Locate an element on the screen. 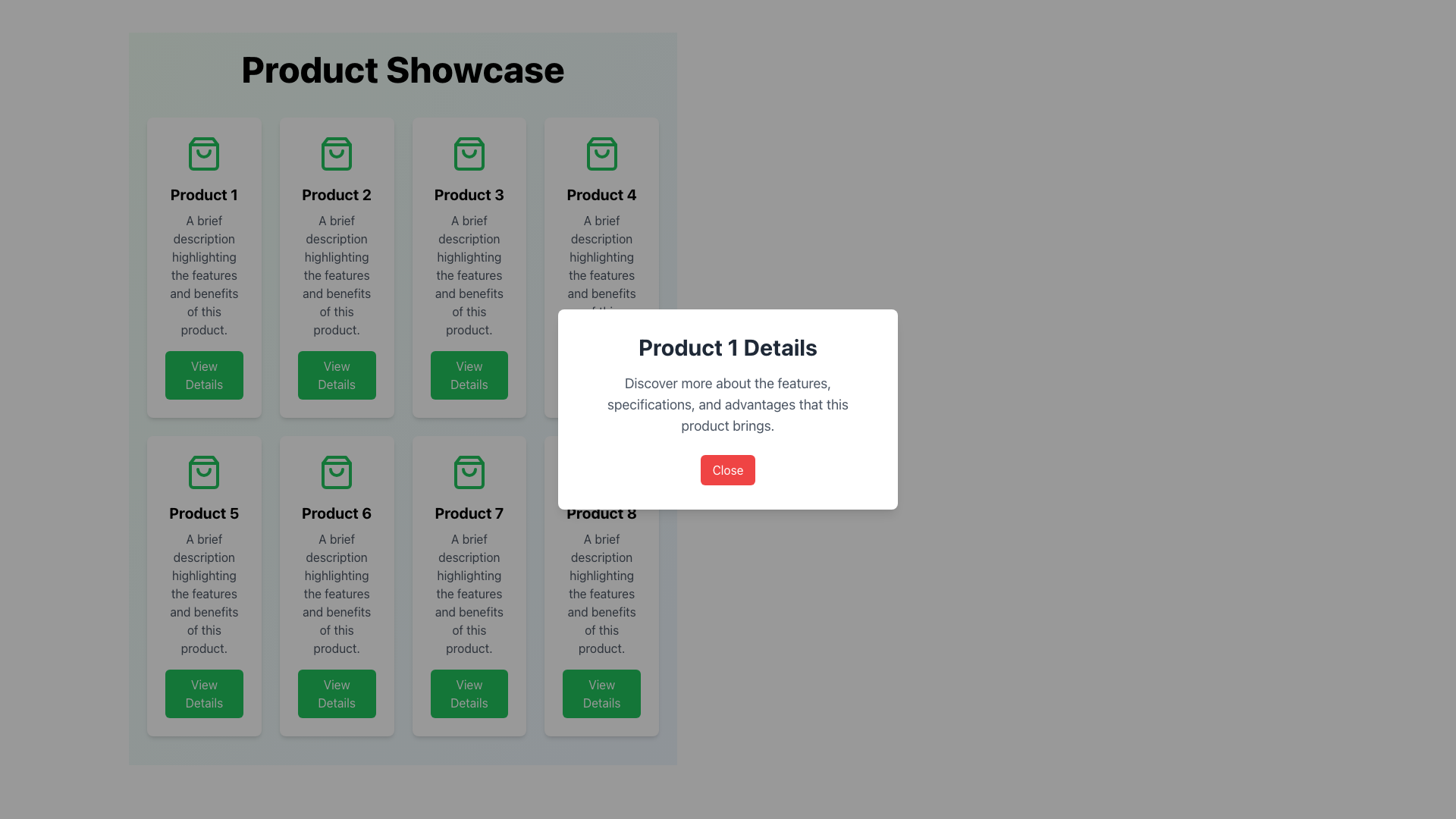 The width and height of the screenshot is (1456, 819). the 'Close' button with bold white text on a red background located at the bottom edge of the modal window is located at coordinates (728, 469).